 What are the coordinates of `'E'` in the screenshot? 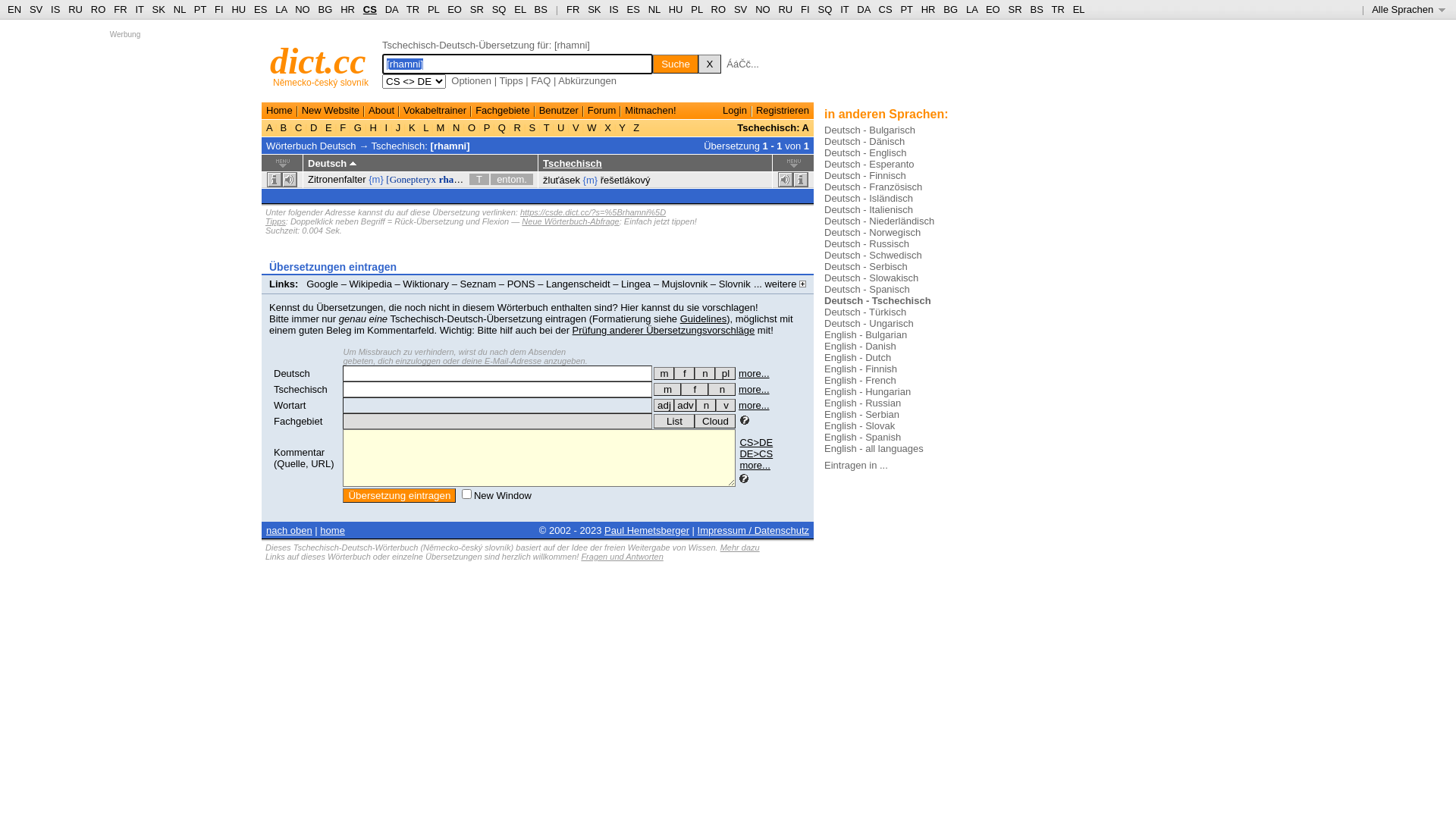 It's located at (327, 127).